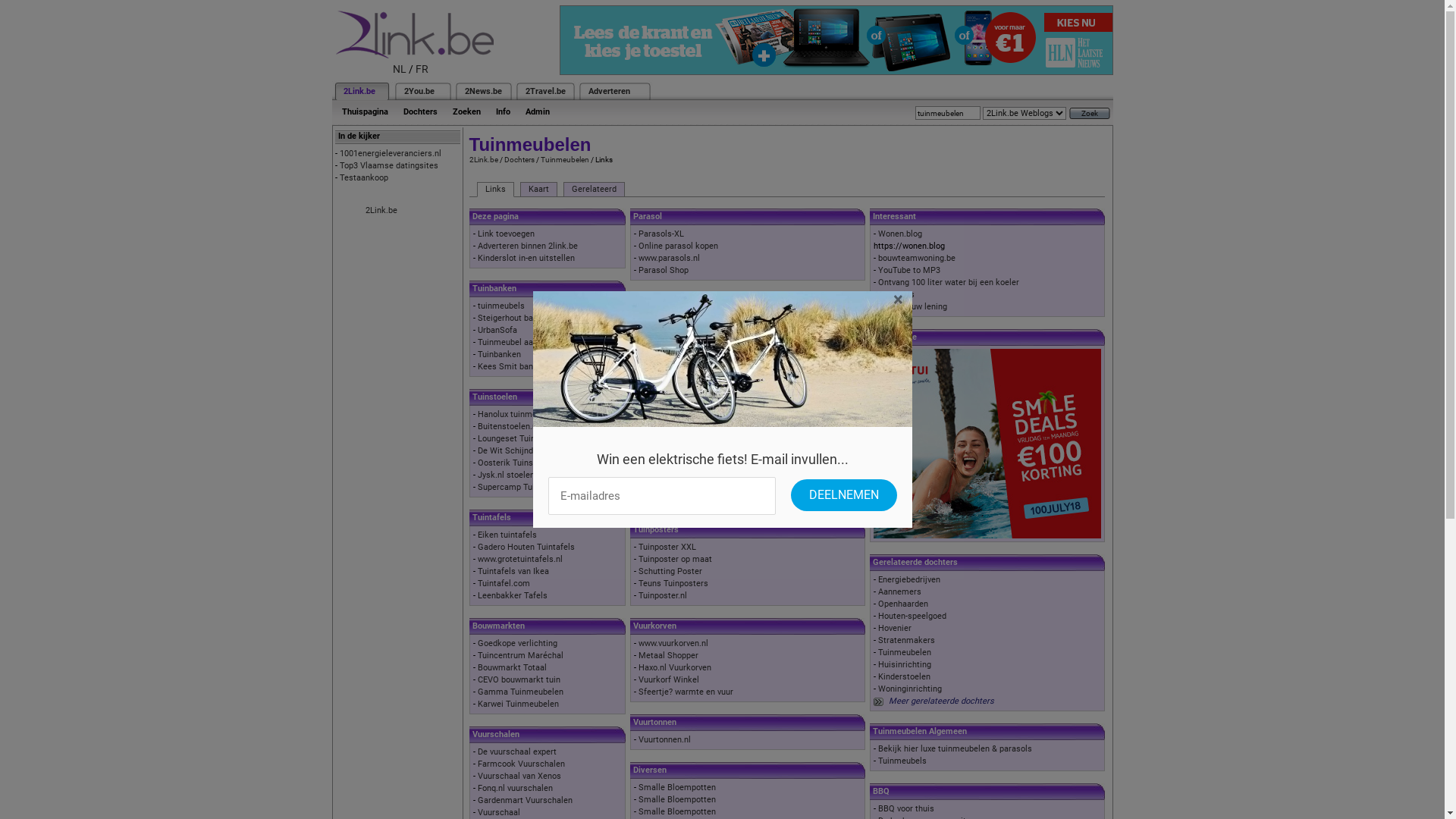 The image size is (1456, 819). What do you see at coordinates (912, 616) in the screenshot?
I see `'Houten-speelgoed'` at bounding box center [912, 616].